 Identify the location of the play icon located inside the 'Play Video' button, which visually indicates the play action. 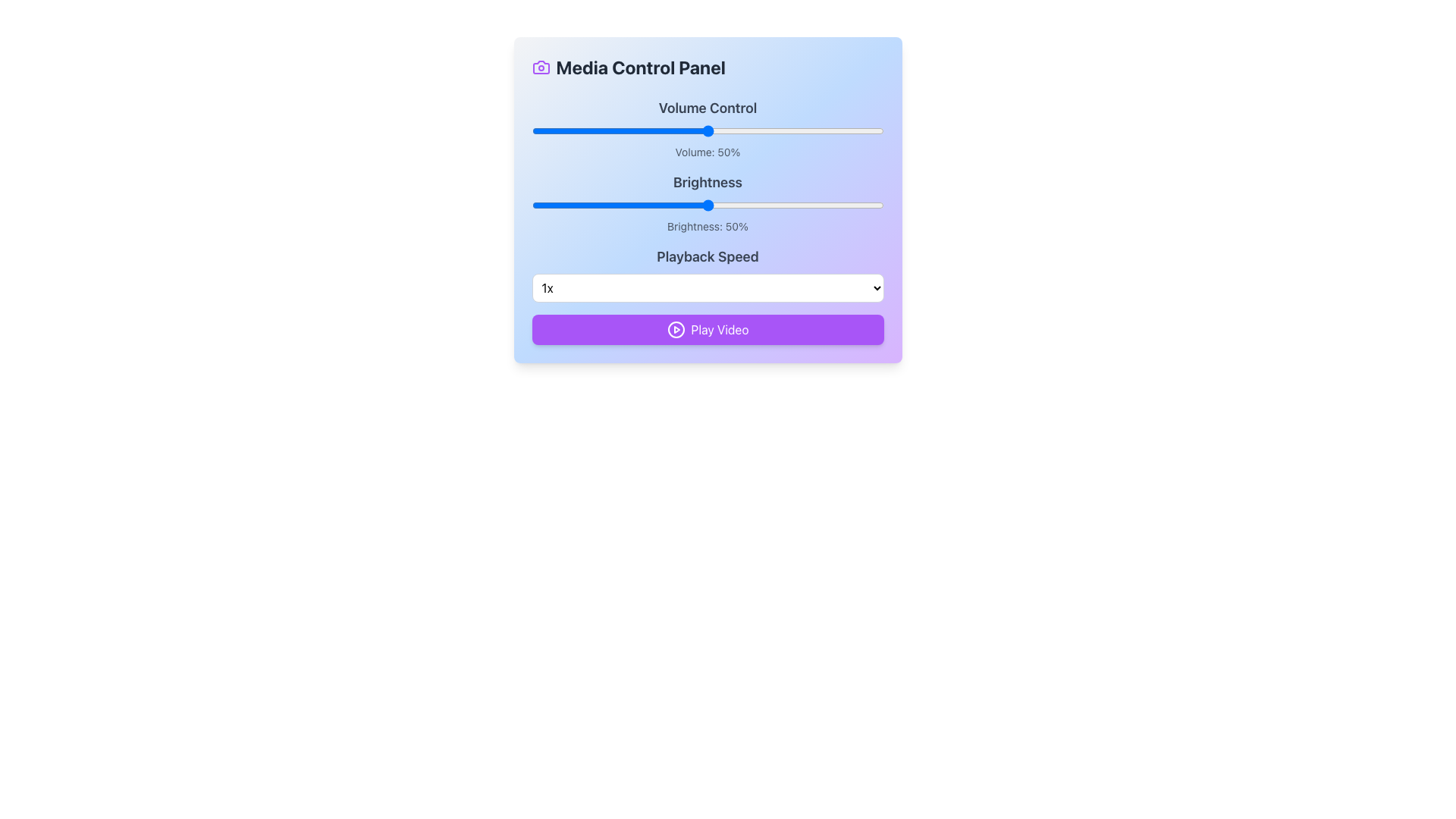
(675, 329).